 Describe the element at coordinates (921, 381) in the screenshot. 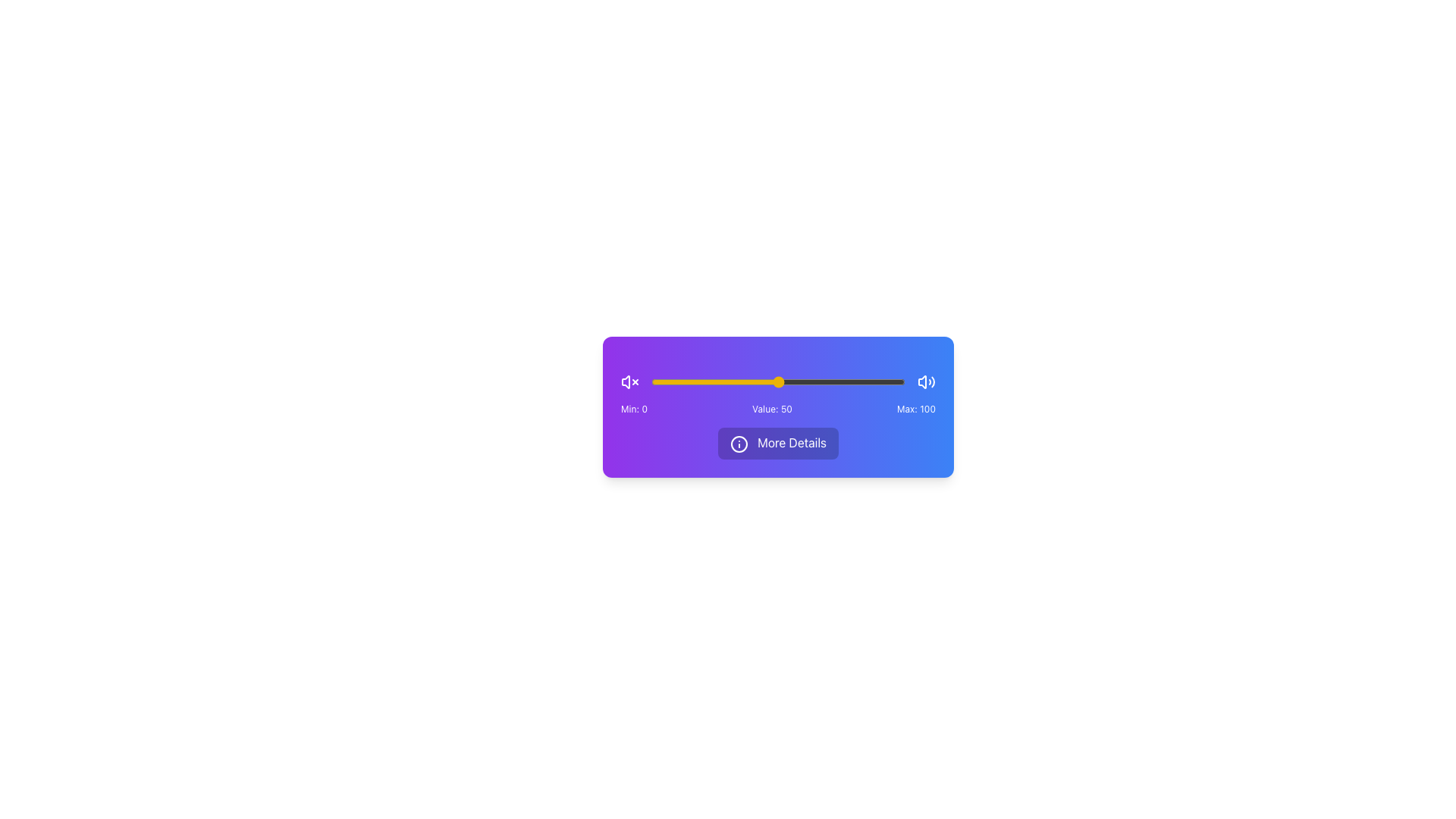

I see `the directional or audio-related indication icon located in the right part of the blue interface card, which is part of a central icon group` at that location.